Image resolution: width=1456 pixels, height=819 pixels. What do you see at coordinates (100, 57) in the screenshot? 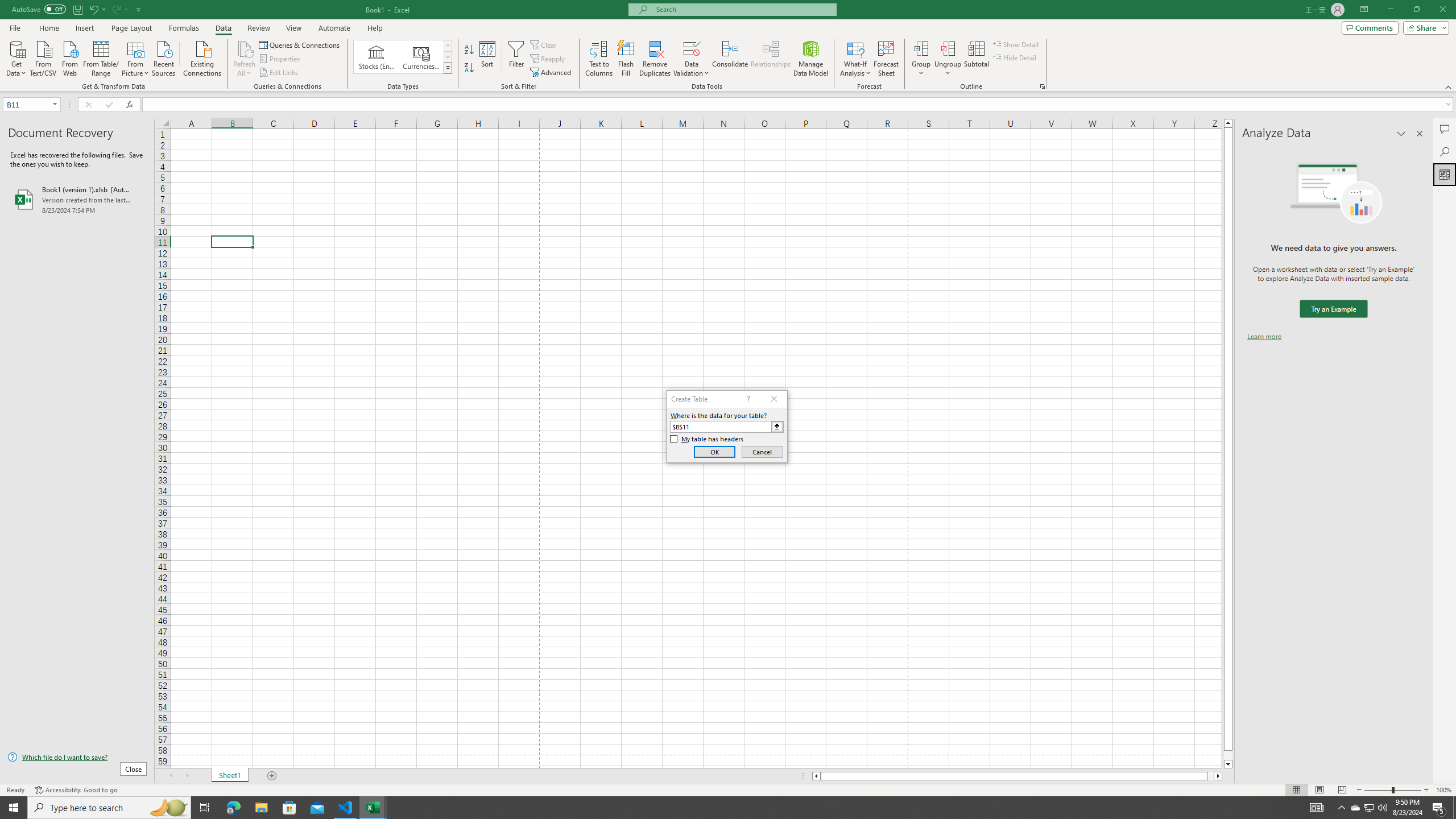
I see `'From Table/Range'` at bounding box center [100, 57].